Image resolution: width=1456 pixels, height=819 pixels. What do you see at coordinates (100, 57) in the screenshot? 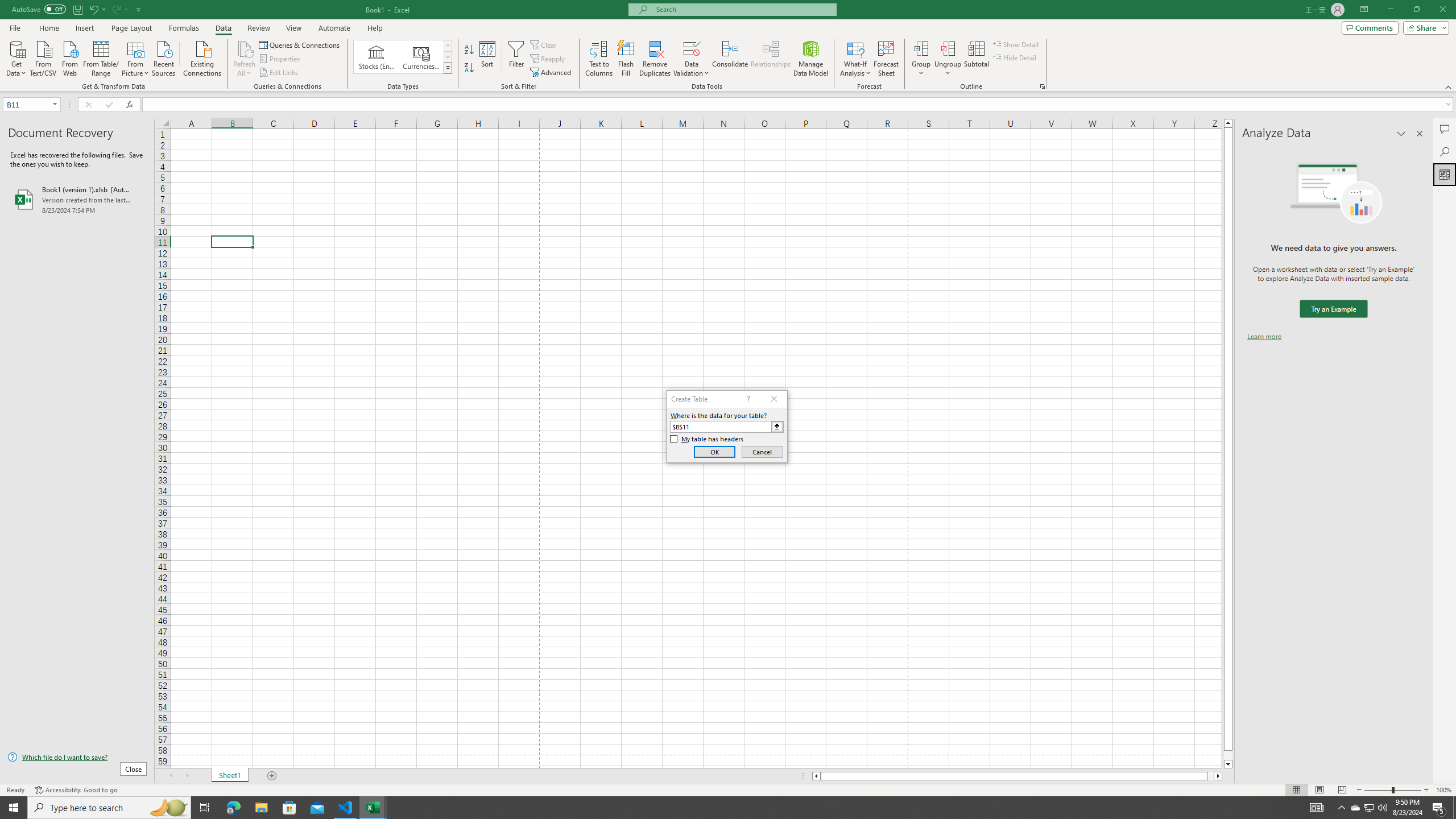
I see `'From Table/Range'` at bounding box center [100, 57].